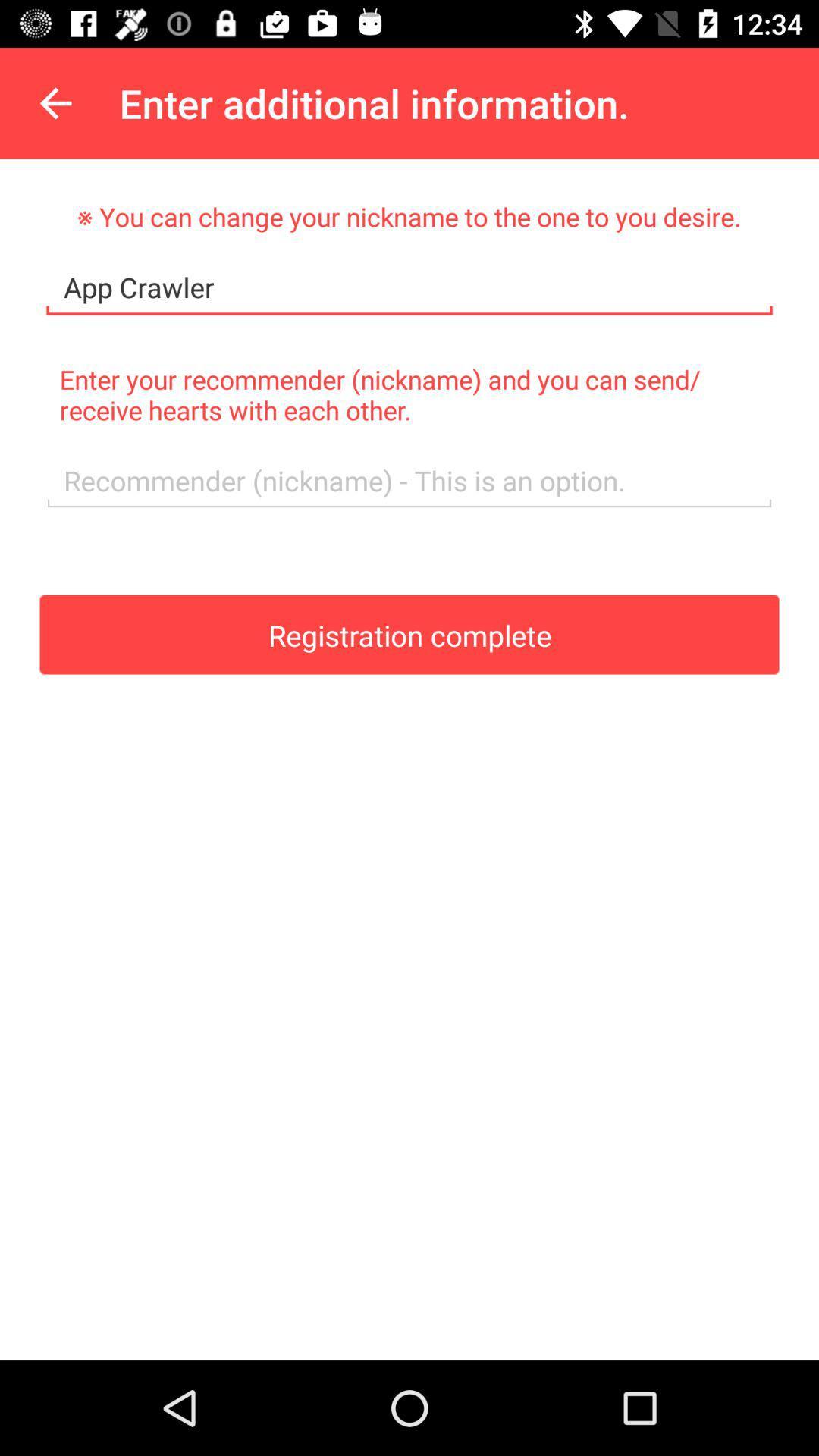  What do you see at coordinates (55, 102) in the screenshot?
I see `the icon at the top left corner` at bounding box center [55, 102].